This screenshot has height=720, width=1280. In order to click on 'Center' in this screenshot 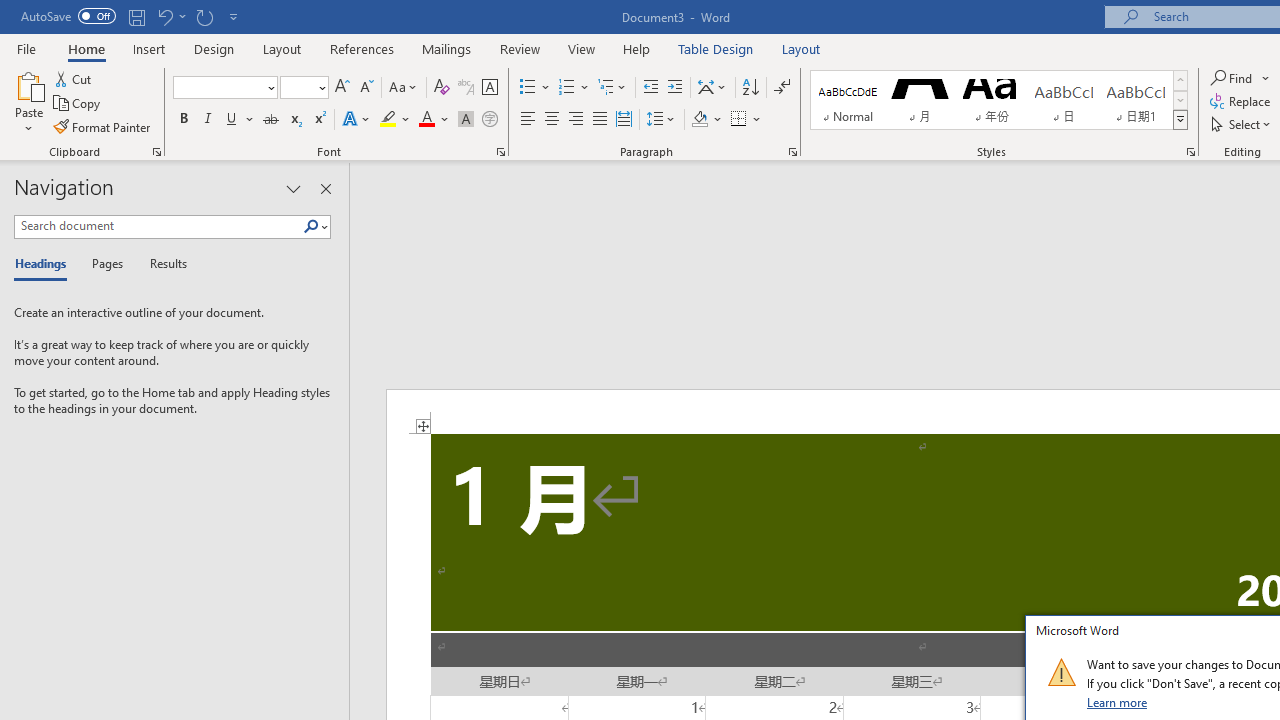, I will do `click(552, 119)`.